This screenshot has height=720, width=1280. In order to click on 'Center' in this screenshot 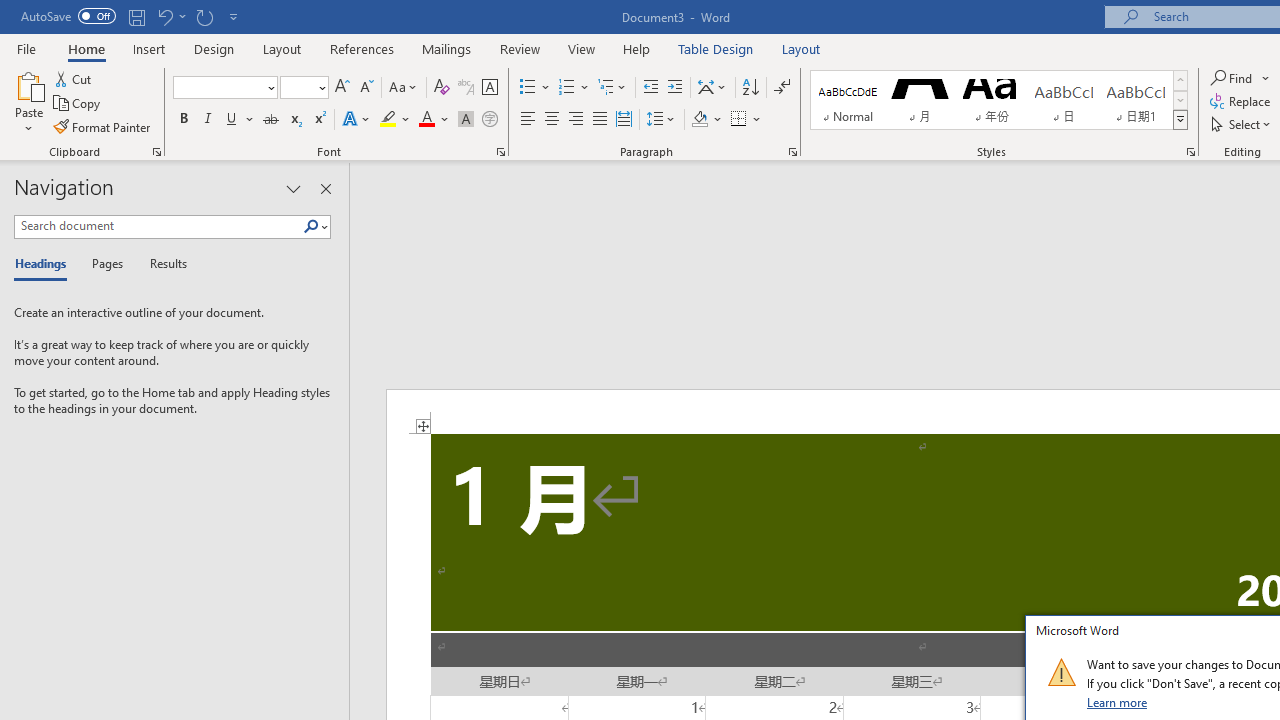, I will do `click(552, 119)`.